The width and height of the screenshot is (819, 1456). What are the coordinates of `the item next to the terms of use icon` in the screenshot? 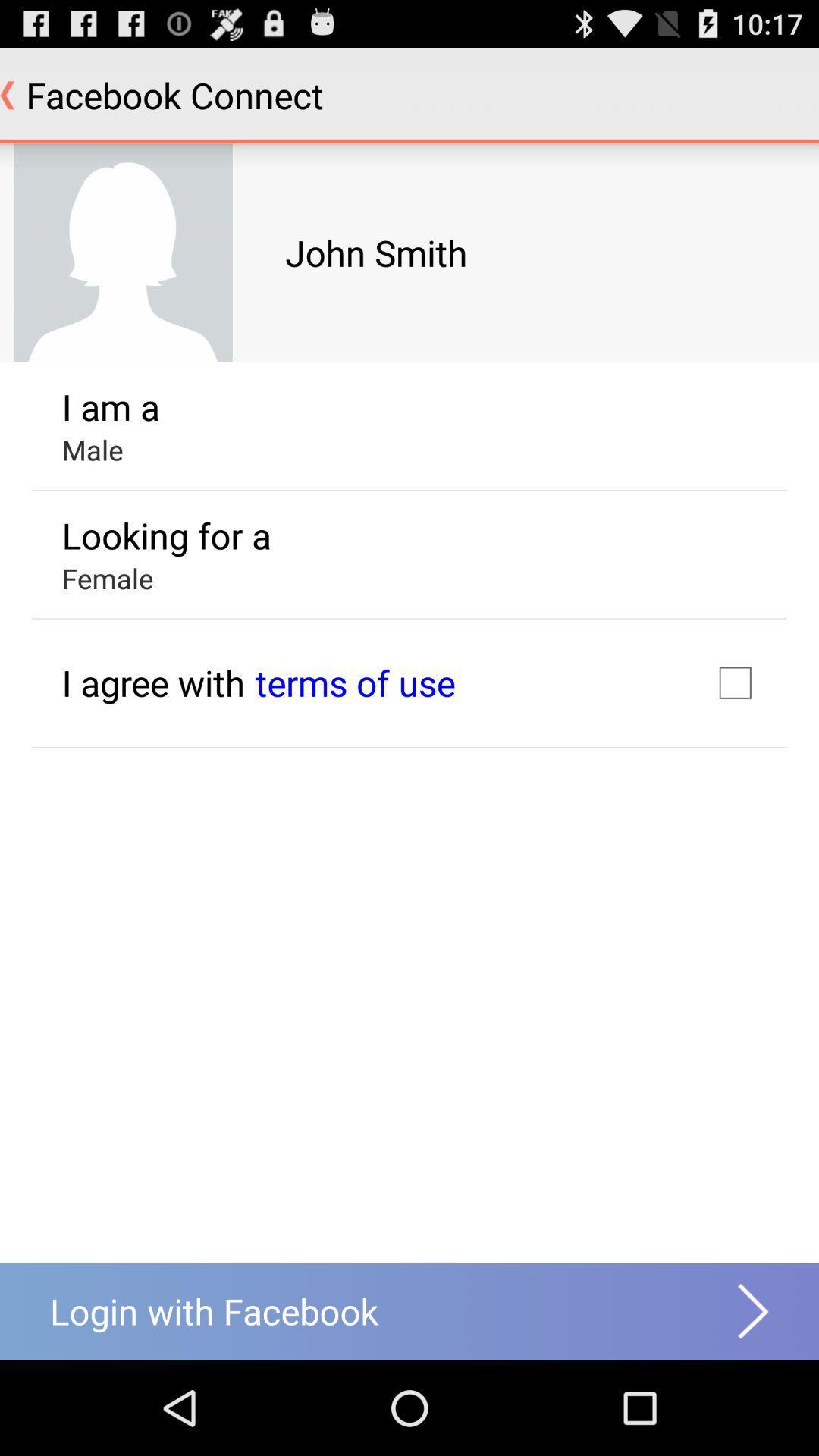 It's located at (734, 682).